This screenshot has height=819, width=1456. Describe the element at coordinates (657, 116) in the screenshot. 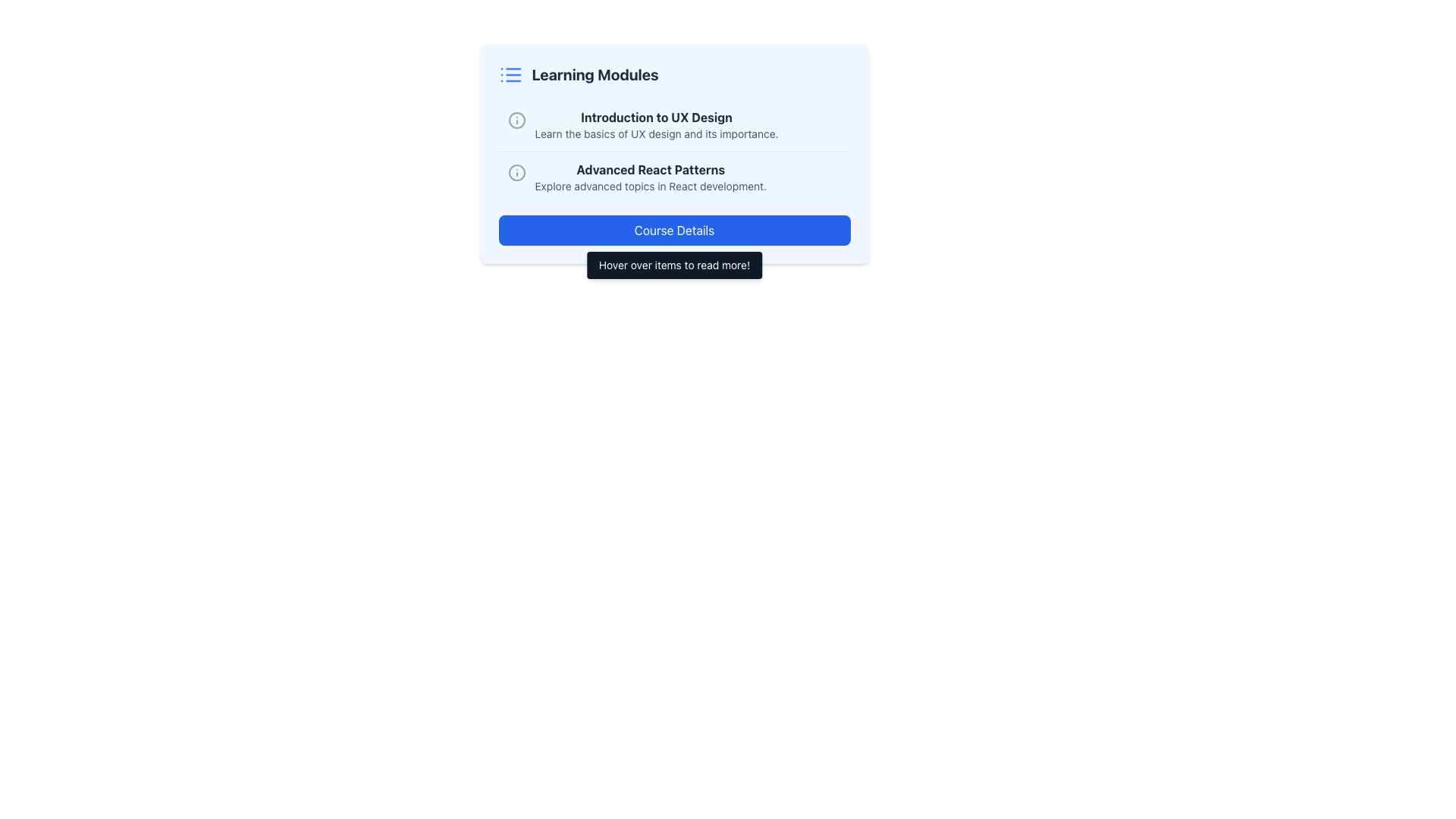

I see `text label 'Introduction to UX Design' that is styled with bold, medium-sized font and dark gray color, located in the 'Learning Modules' section above the descriptive text about UX design` at that location.